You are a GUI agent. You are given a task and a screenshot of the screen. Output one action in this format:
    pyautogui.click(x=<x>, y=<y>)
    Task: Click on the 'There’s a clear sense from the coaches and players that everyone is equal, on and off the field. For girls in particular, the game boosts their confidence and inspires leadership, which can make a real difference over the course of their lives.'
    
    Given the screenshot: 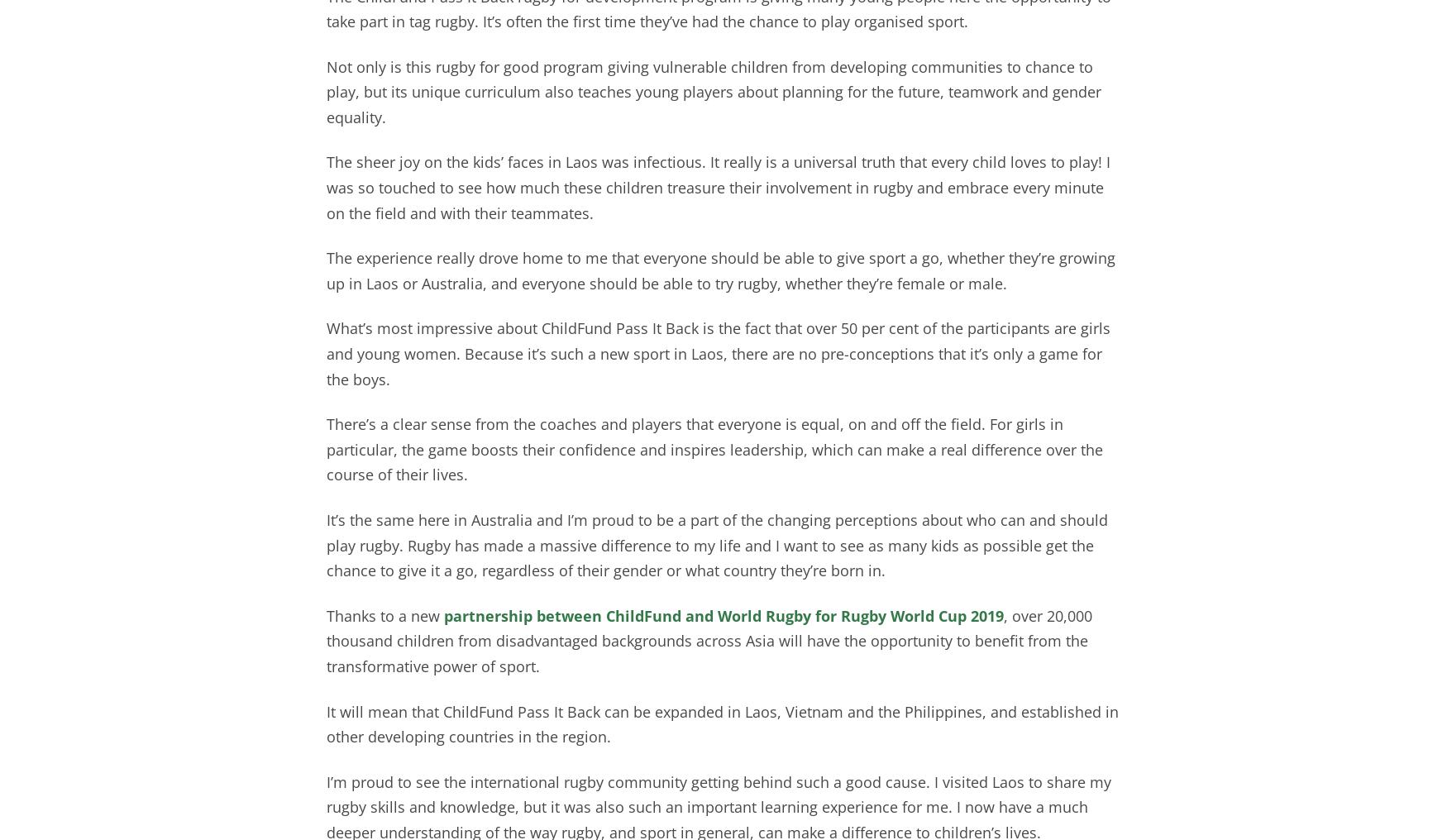 What is the action you would take?
    pyautogui.click(x=714, y=448)
    